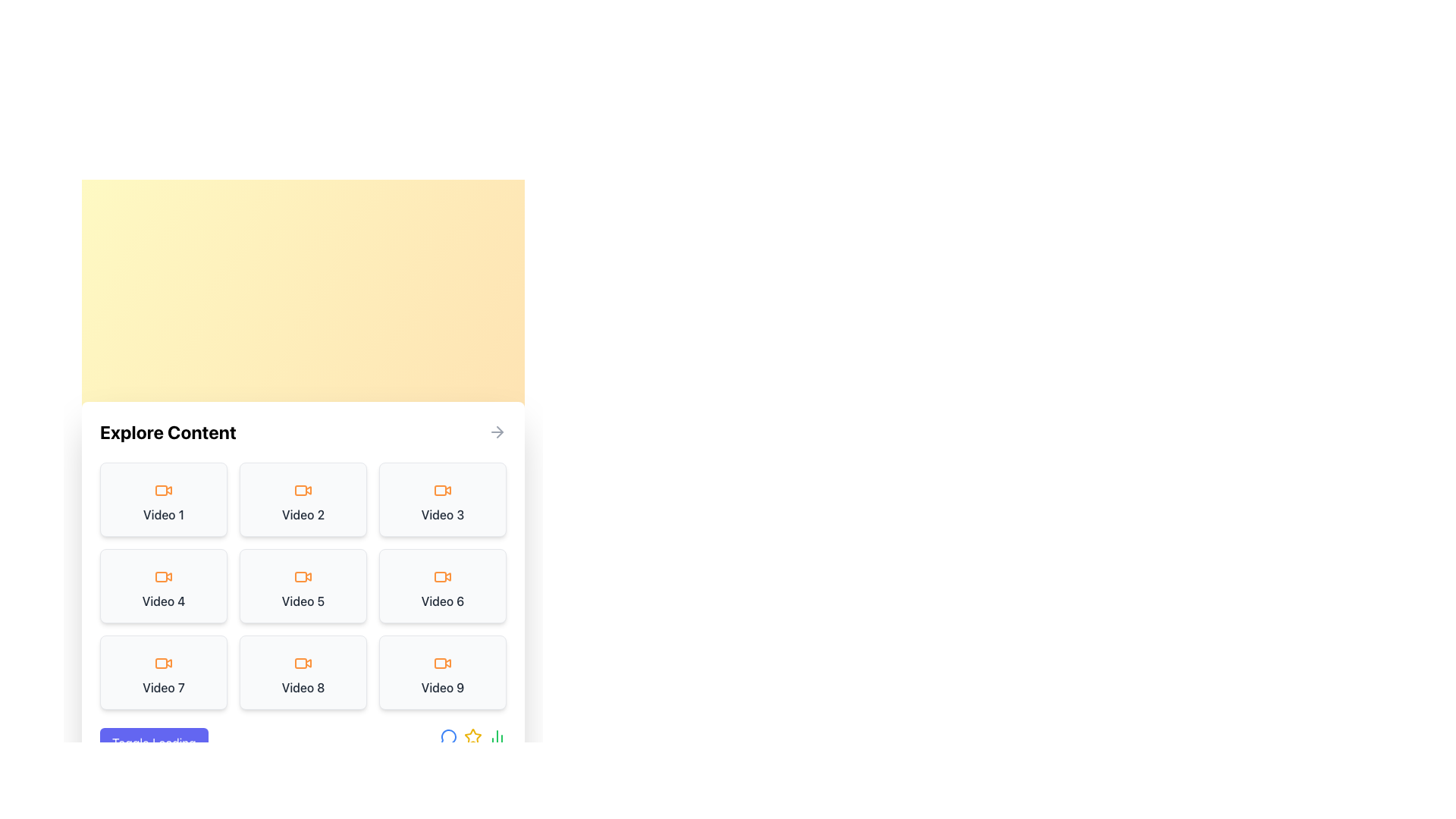 This screenshot has height=819, width=1456. I want to click on the clickable card labeled 'Video 4' which is part of a grid layout, located in the second row and first column, so click(164, 585).